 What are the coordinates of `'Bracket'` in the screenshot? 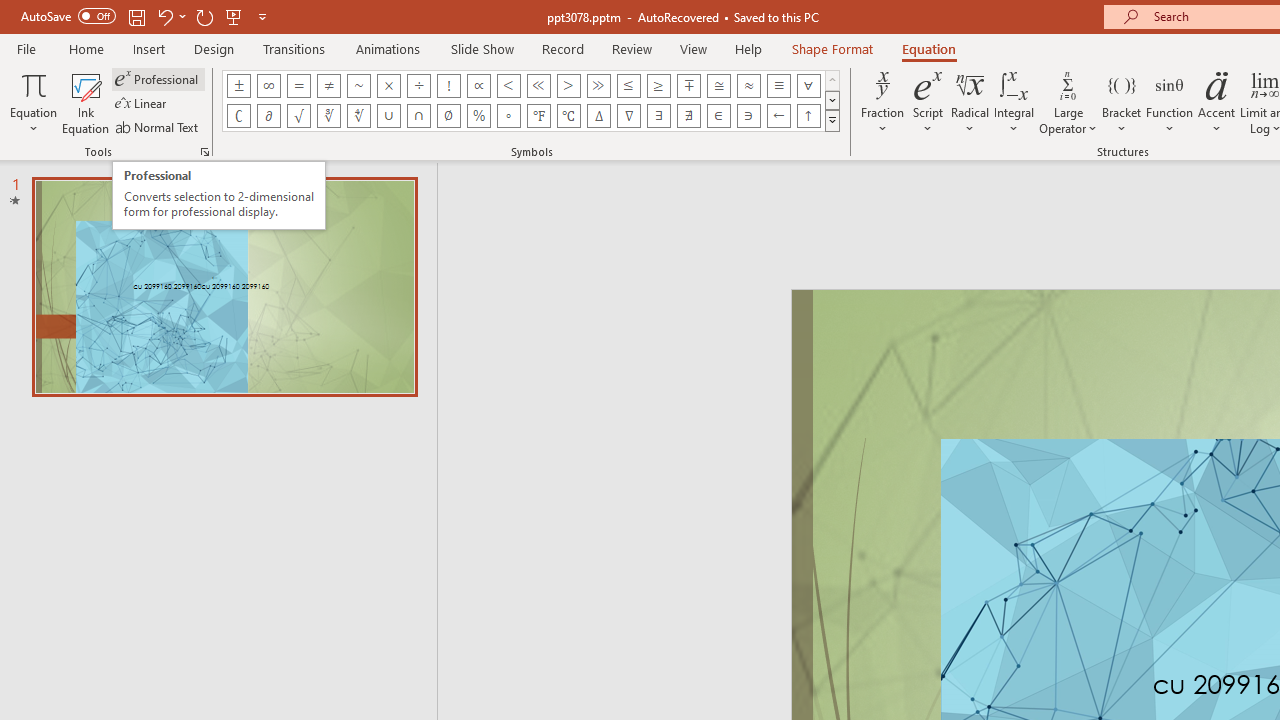 It's located at (1121, 103).